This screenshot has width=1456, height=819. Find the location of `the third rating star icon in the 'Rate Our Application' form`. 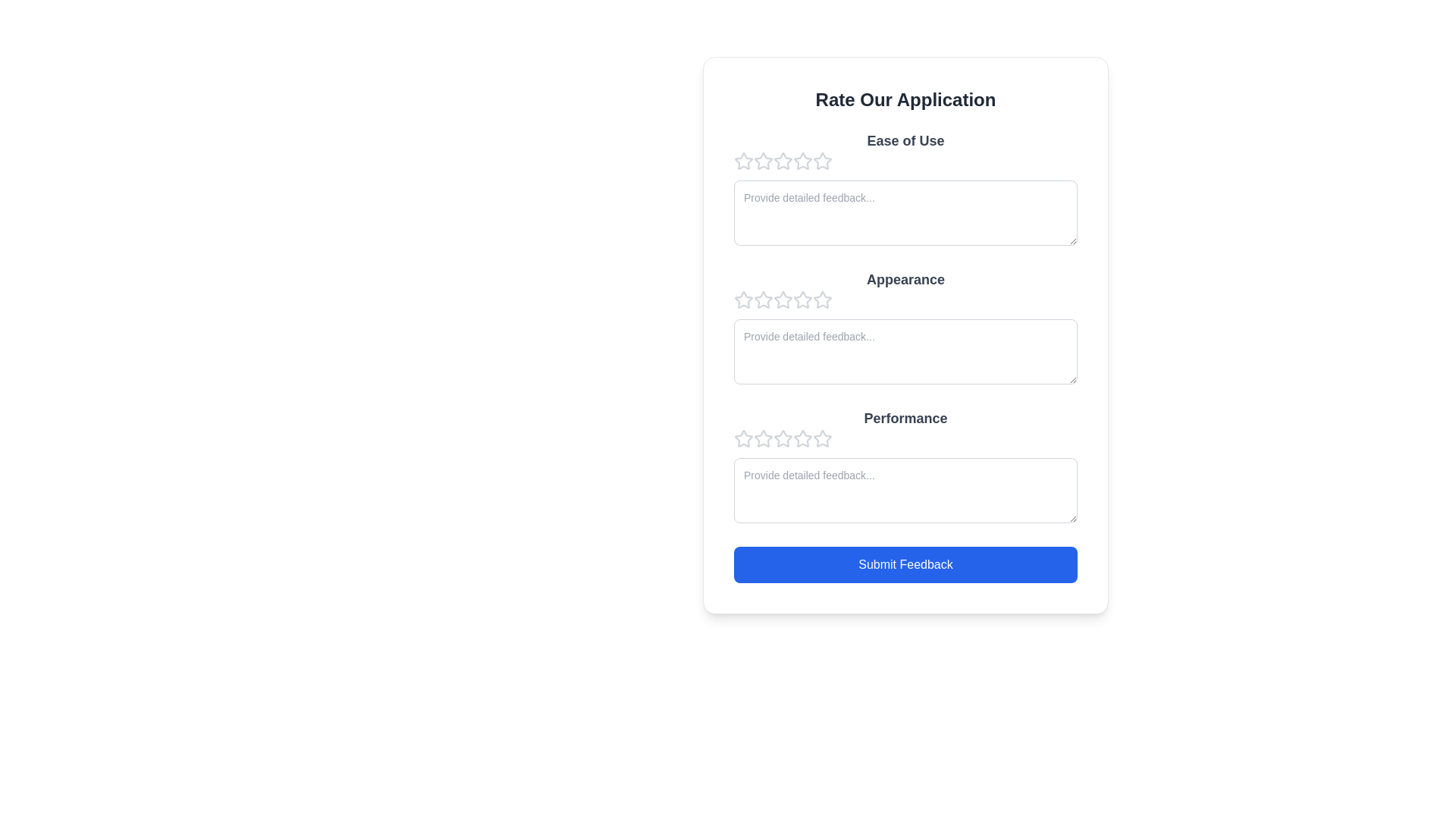

the third rating star icon in the 'Rate Our Application' form is located at coordinates (764, 300).